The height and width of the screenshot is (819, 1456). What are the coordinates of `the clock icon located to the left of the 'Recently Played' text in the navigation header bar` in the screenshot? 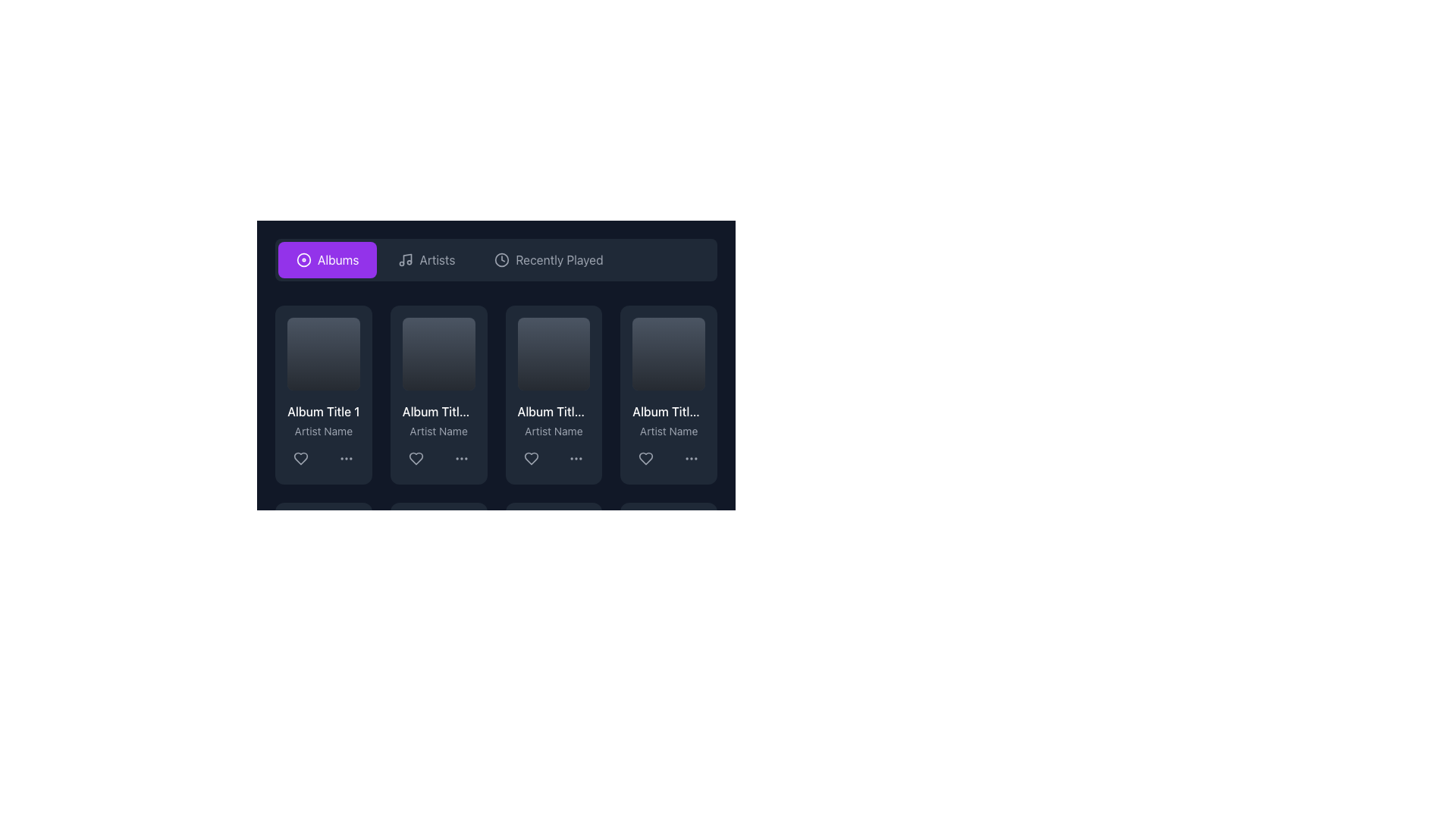 It's located at (502, 259).